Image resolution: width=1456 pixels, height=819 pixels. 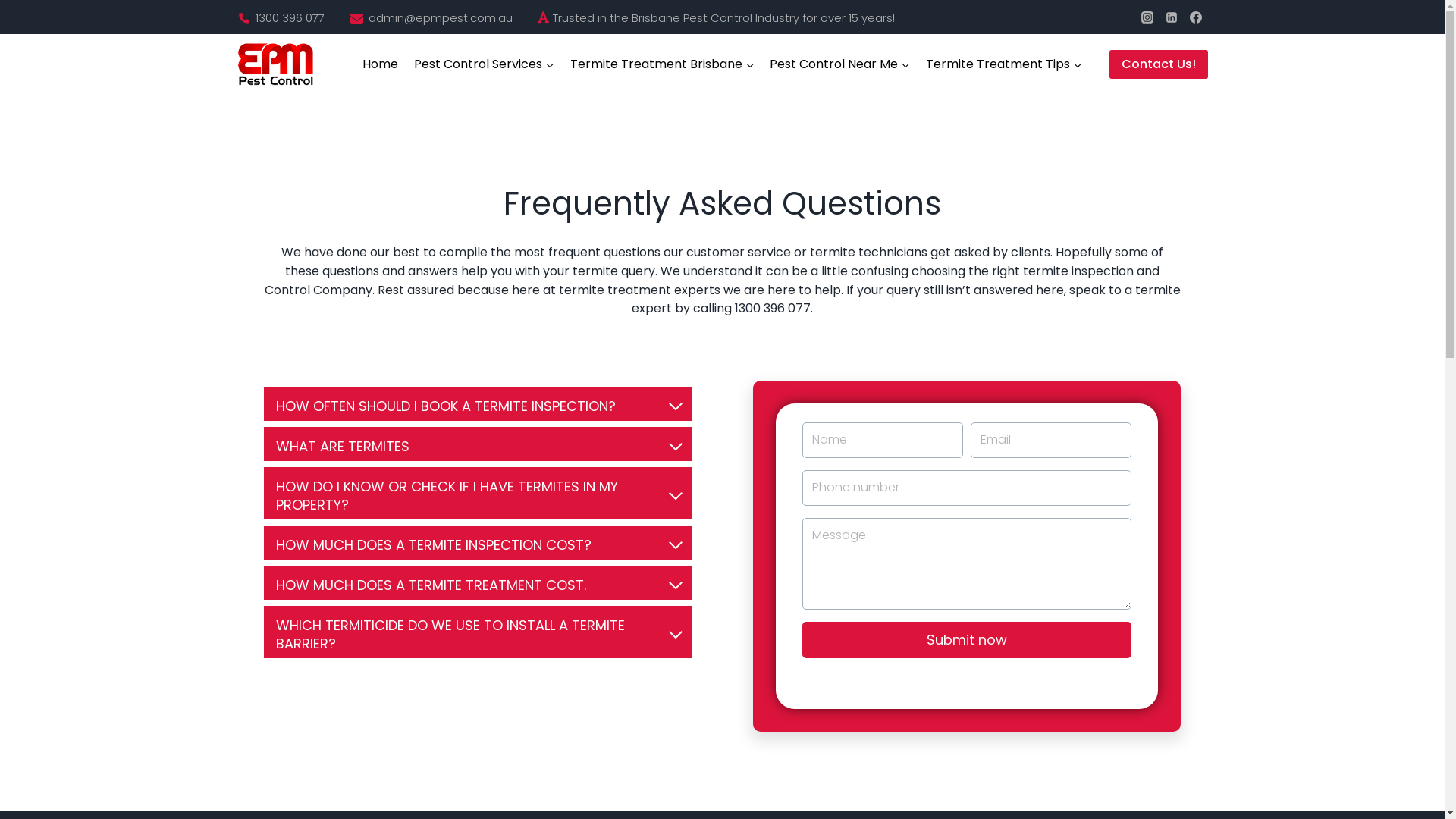 What do you see at coordinates (483, 64) in the screenshot?
I see `'Pest Control Services'` at bounding box center [483, 64].